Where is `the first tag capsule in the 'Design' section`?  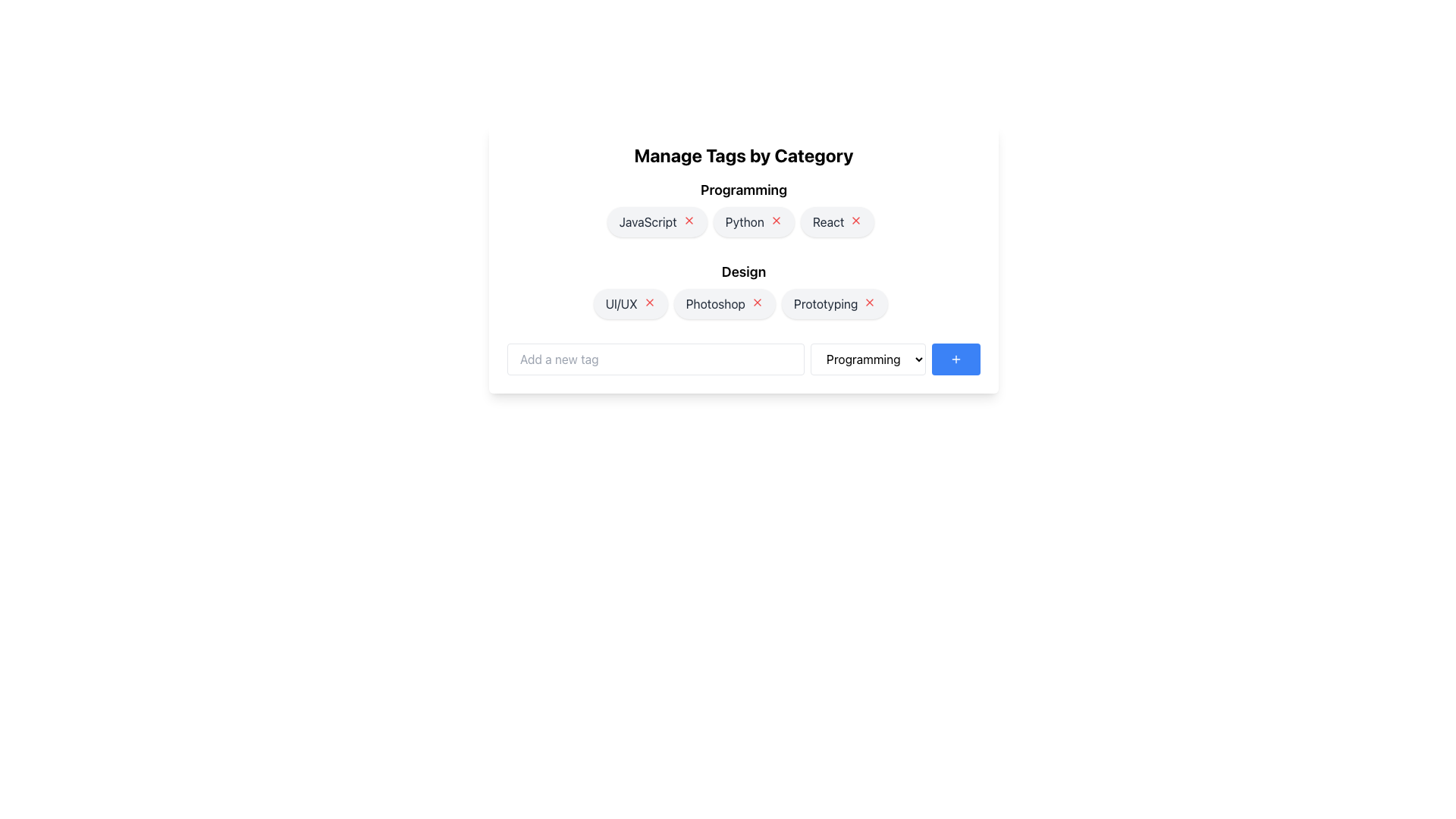 the first tag capsule in the 'Design' section is located at coordinates (630, 304).